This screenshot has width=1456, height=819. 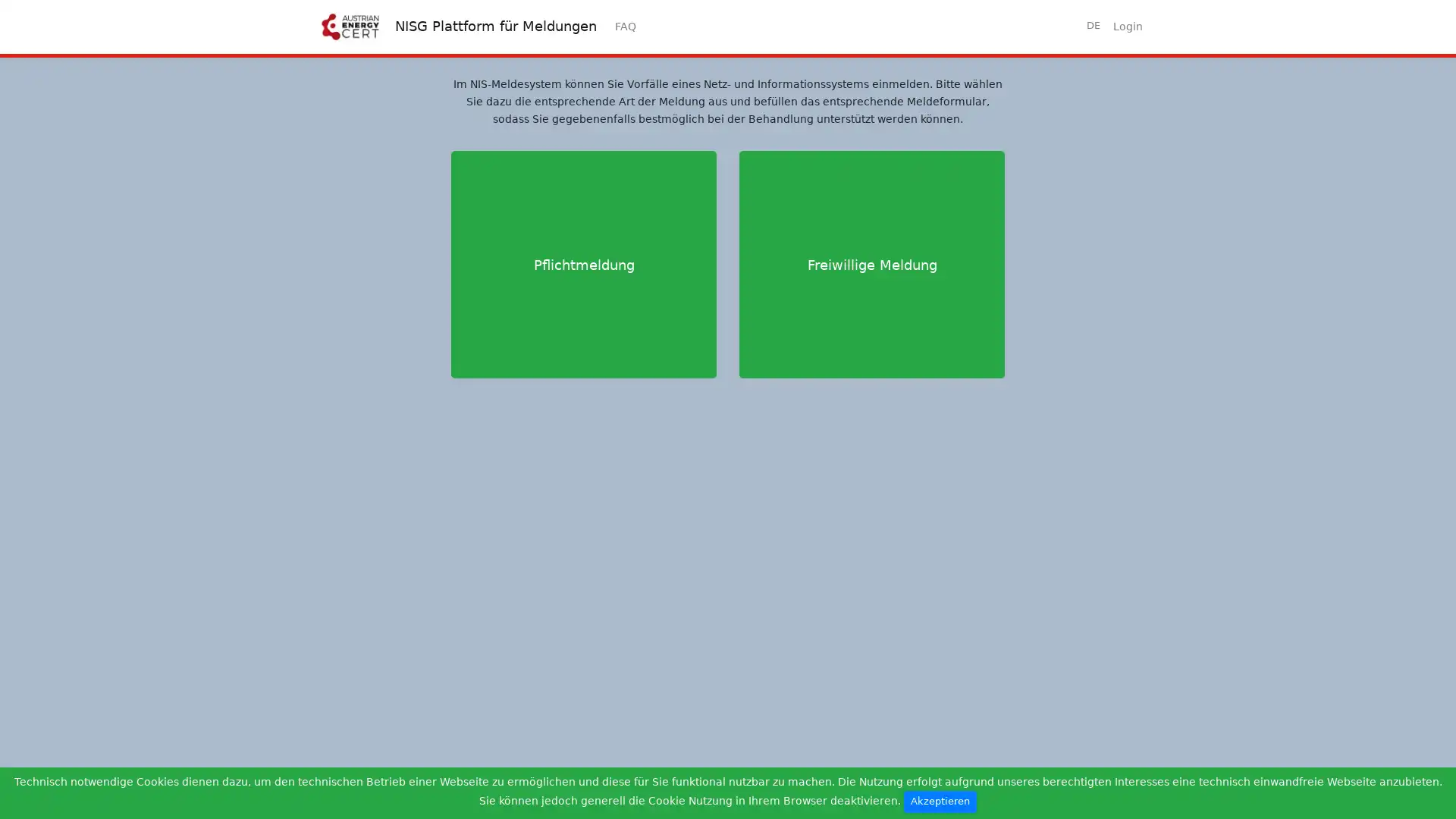 What do you see at coordinates (939, 801) in the screenshot?
I see `Akzeptieren` at bounding box center [939, 801].